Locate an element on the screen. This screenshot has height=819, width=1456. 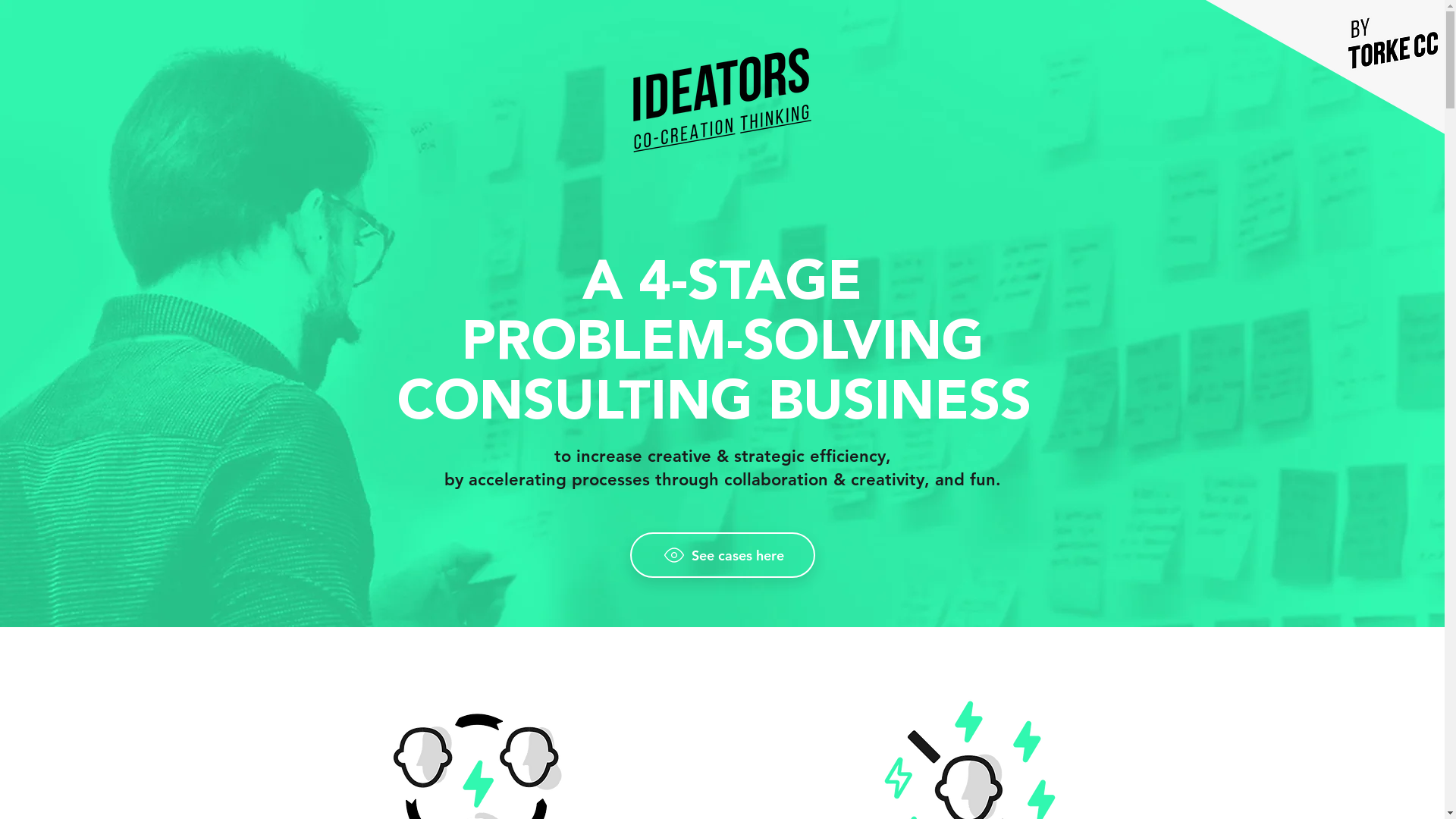
'See cases here' is located at coordinates (720, 555).